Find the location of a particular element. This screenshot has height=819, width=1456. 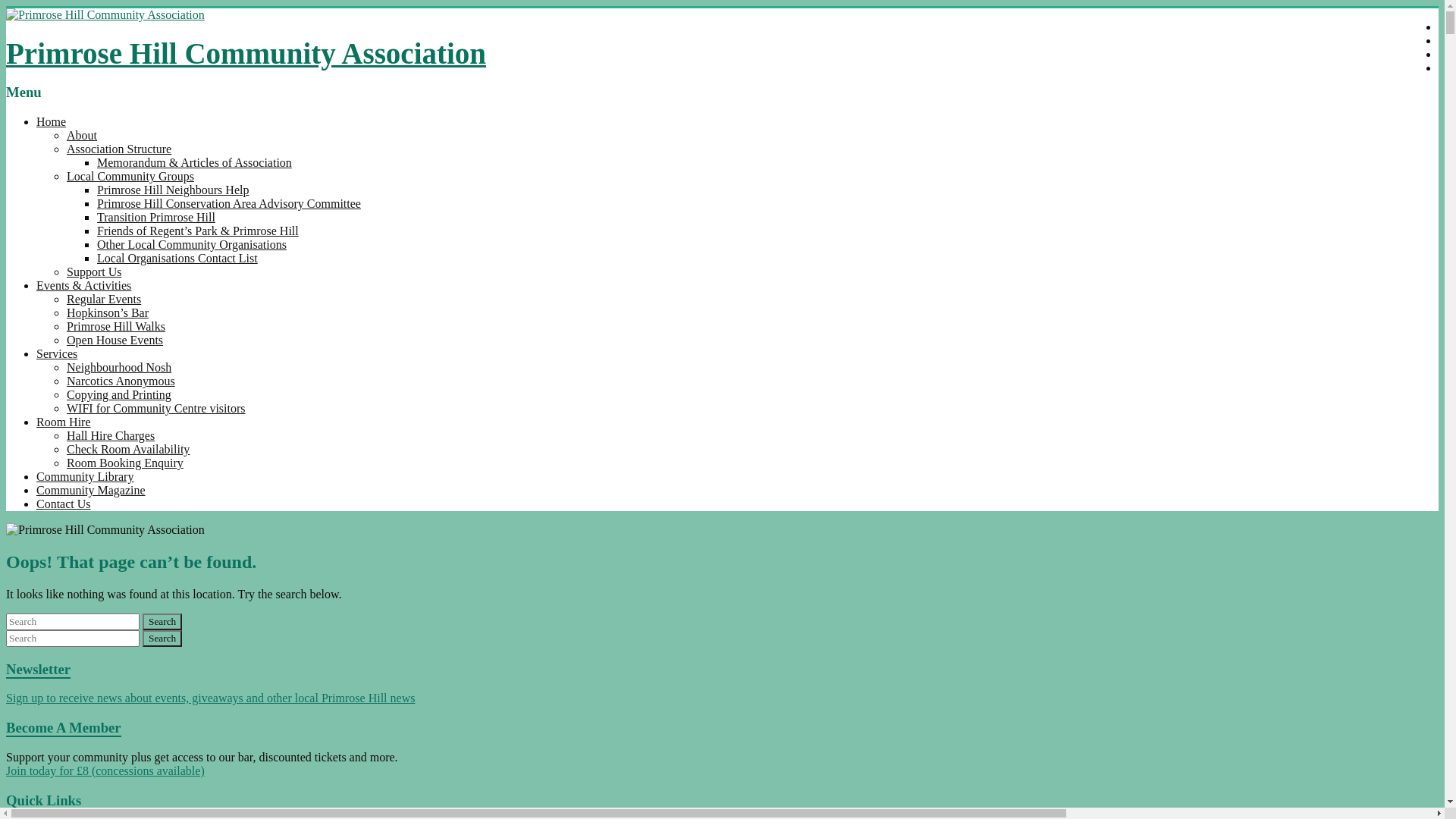

'Local Community Groups' is located at coordinates (130, 175).